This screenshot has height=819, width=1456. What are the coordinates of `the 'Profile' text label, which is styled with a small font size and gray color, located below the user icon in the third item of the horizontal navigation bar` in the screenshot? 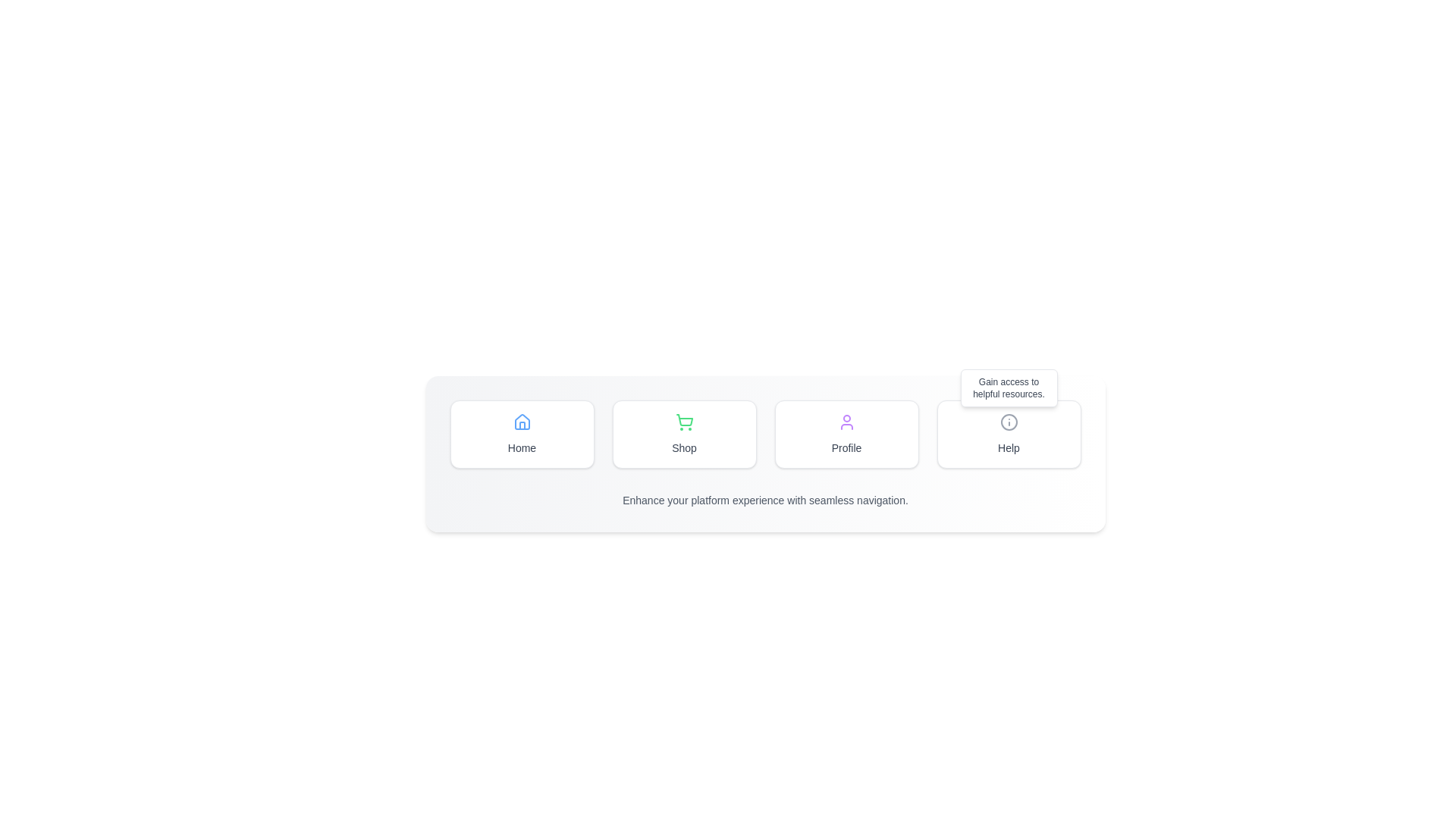 It's located at (846, 447).